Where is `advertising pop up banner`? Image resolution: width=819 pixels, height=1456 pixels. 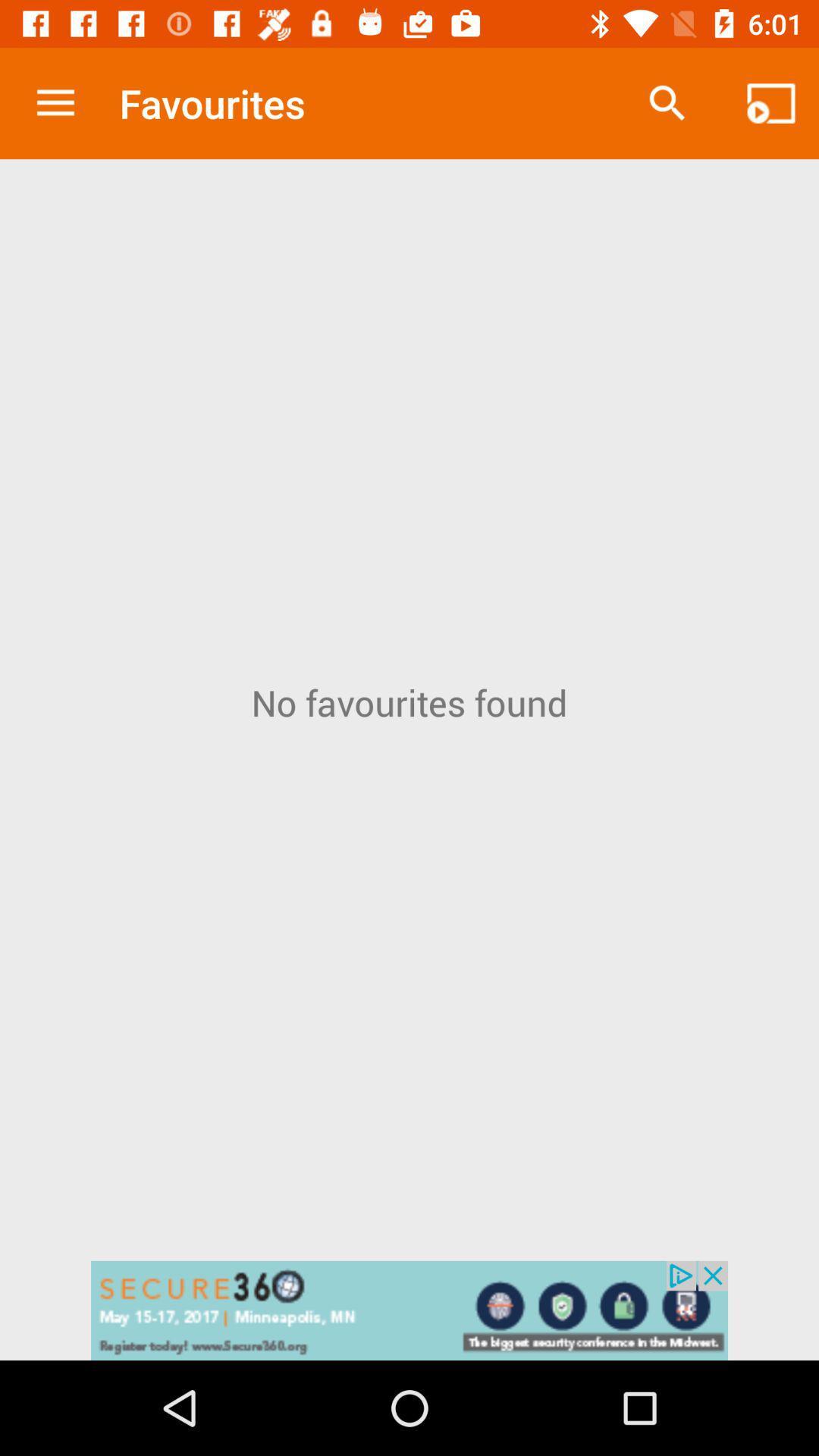
advertising pop up banner is located at coordinates (409, 1310).